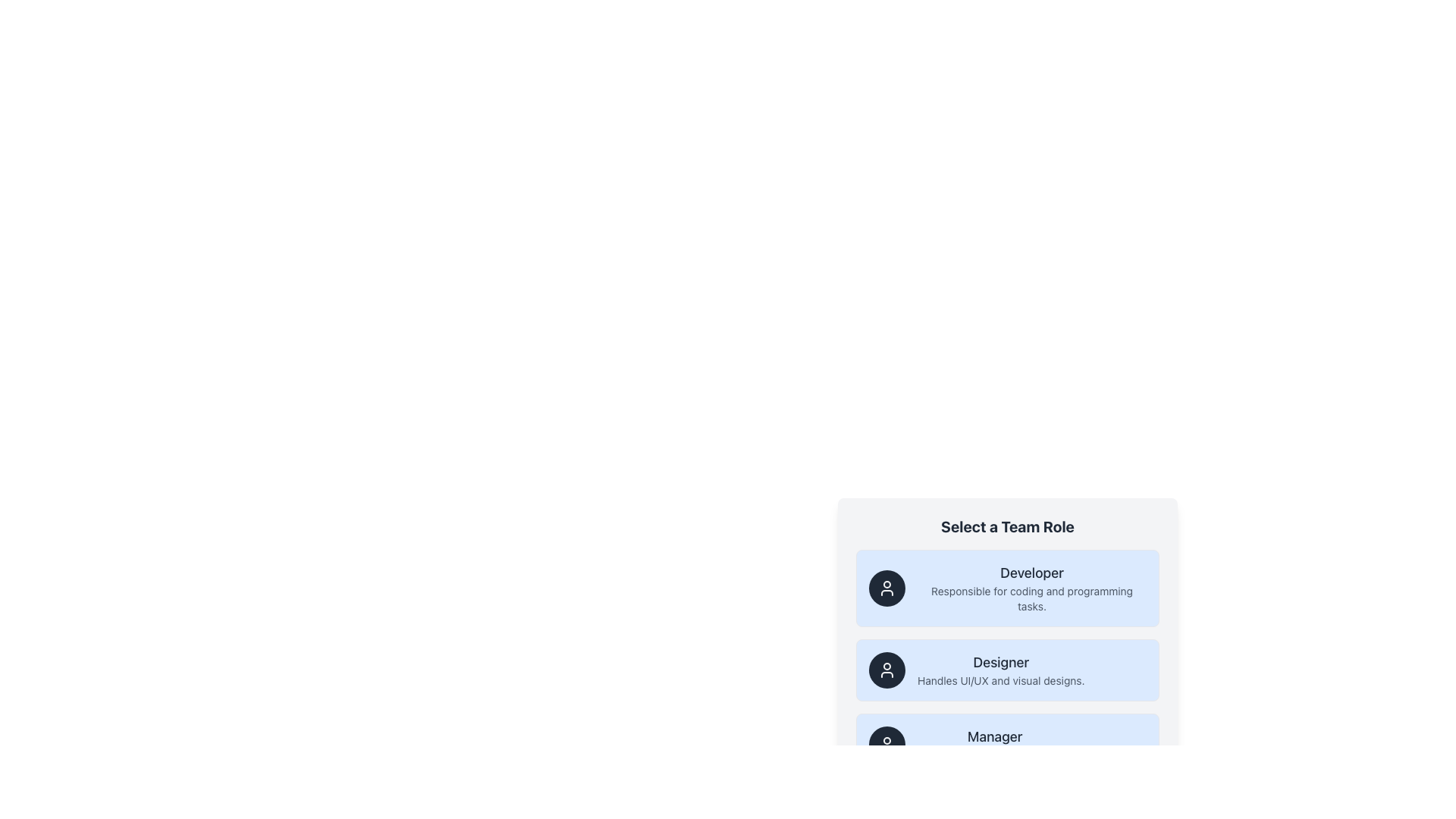 The image size is (1456, 819). I want to click on the 'Manager' role icon located in the third section of the vertical list under 'Select a Team Role', so click(887, 744).